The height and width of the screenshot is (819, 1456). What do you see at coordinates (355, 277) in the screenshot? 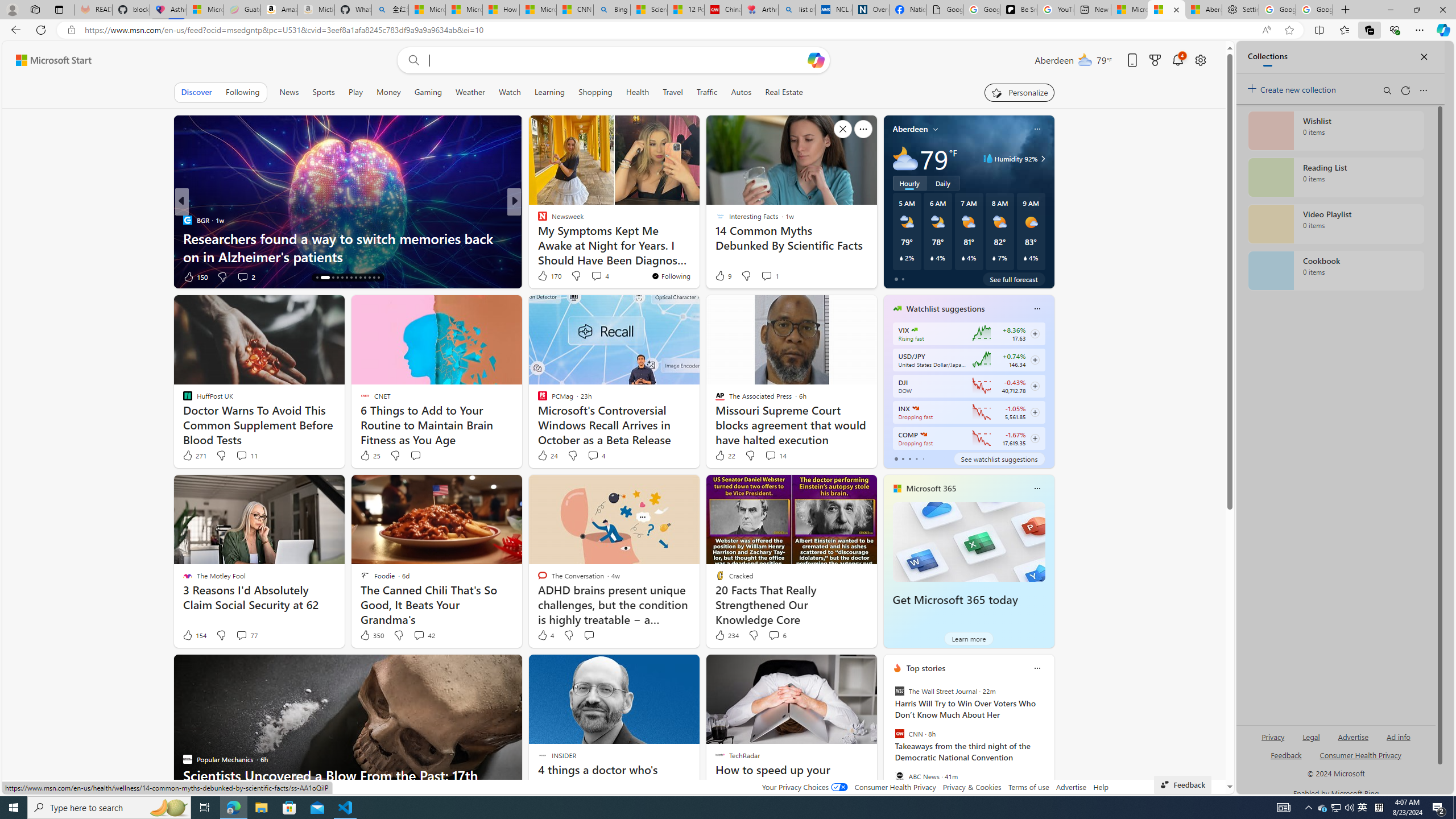
I see `'AutomationID: tab-21'` at bounding box center [355, 277].